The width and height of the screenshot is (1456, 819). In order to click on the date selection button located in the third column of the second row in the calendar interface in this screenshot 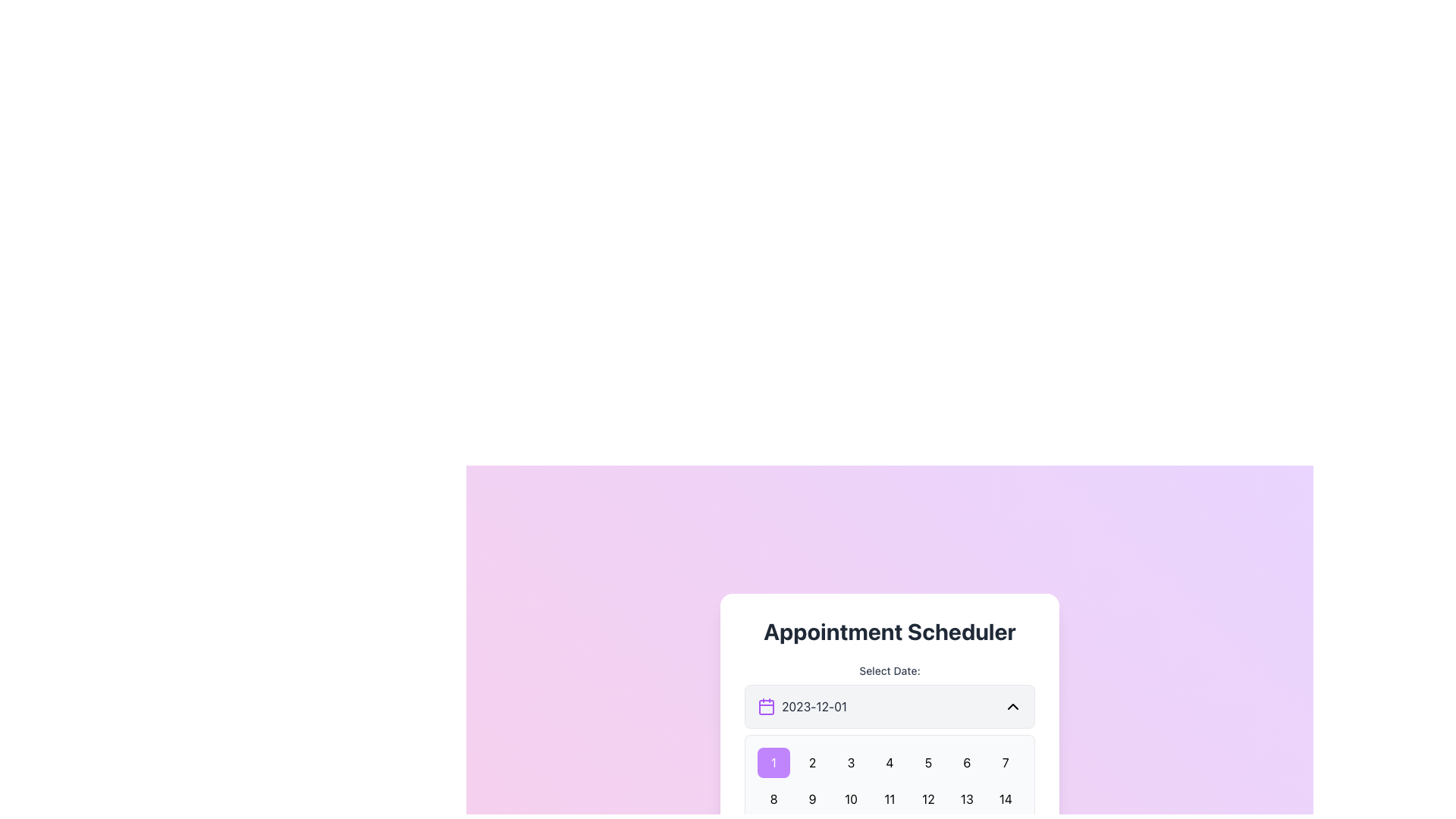, I will do `click(851, 799)`.